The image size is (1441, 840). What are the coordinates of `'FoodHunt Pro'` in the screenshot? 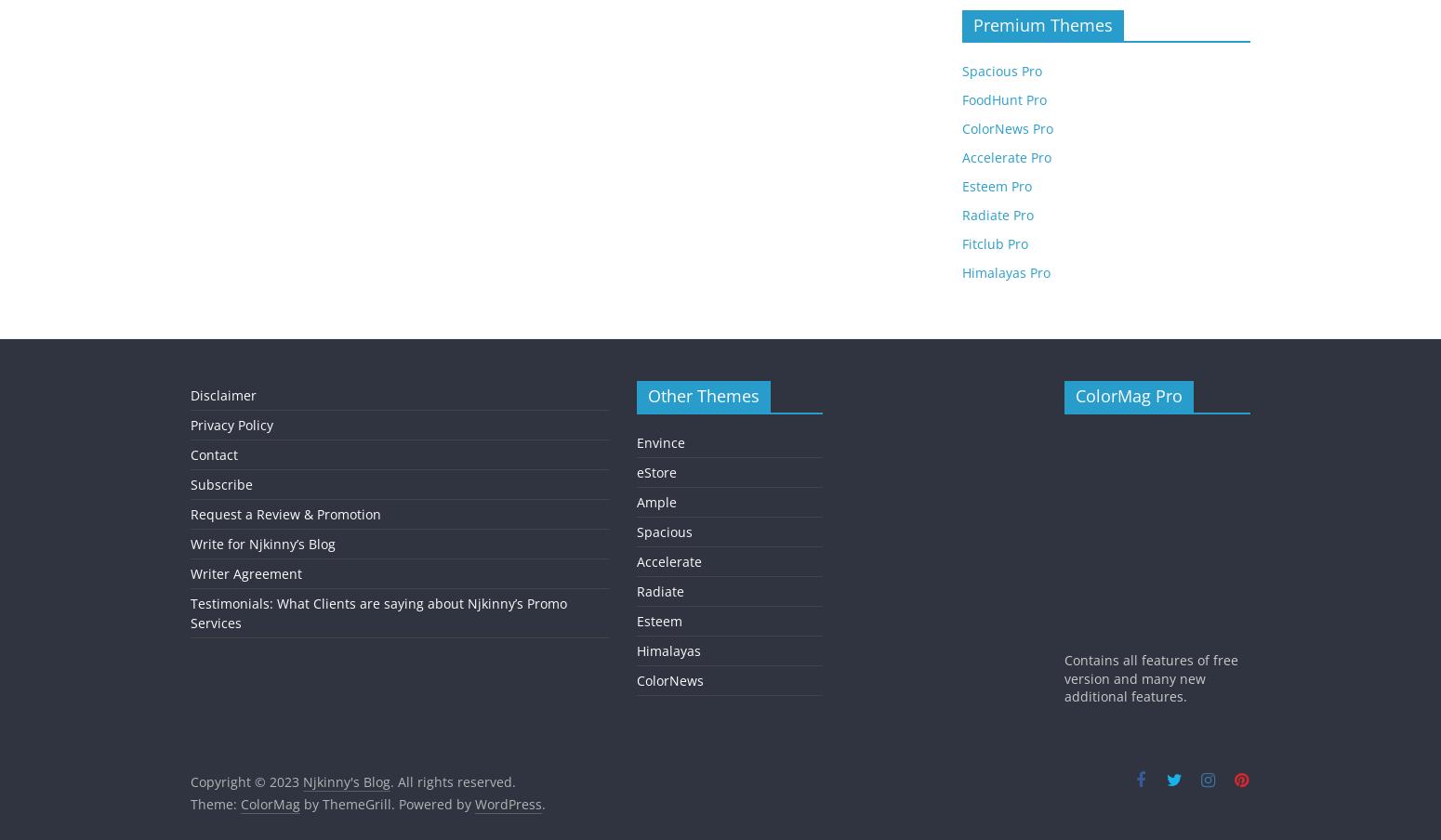 It's located at (1004, 99).